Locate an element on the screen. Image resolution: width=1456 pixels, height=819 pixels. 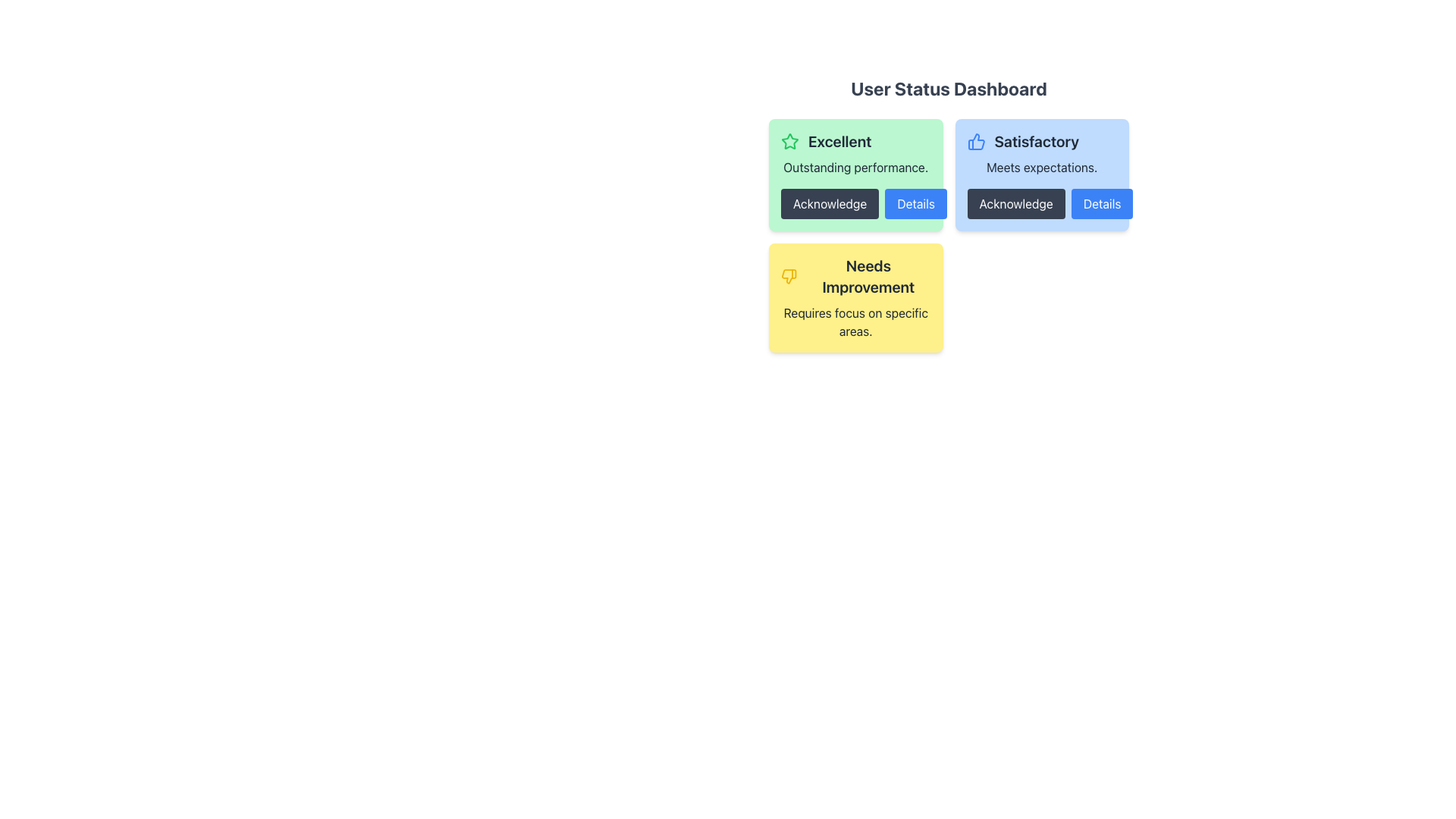
the Header Text element displaying 'User Status Dashboard', which is prominently placed at the top of the panel and styled with a large, bold, dark gray font is located at coordinates (948, 88).